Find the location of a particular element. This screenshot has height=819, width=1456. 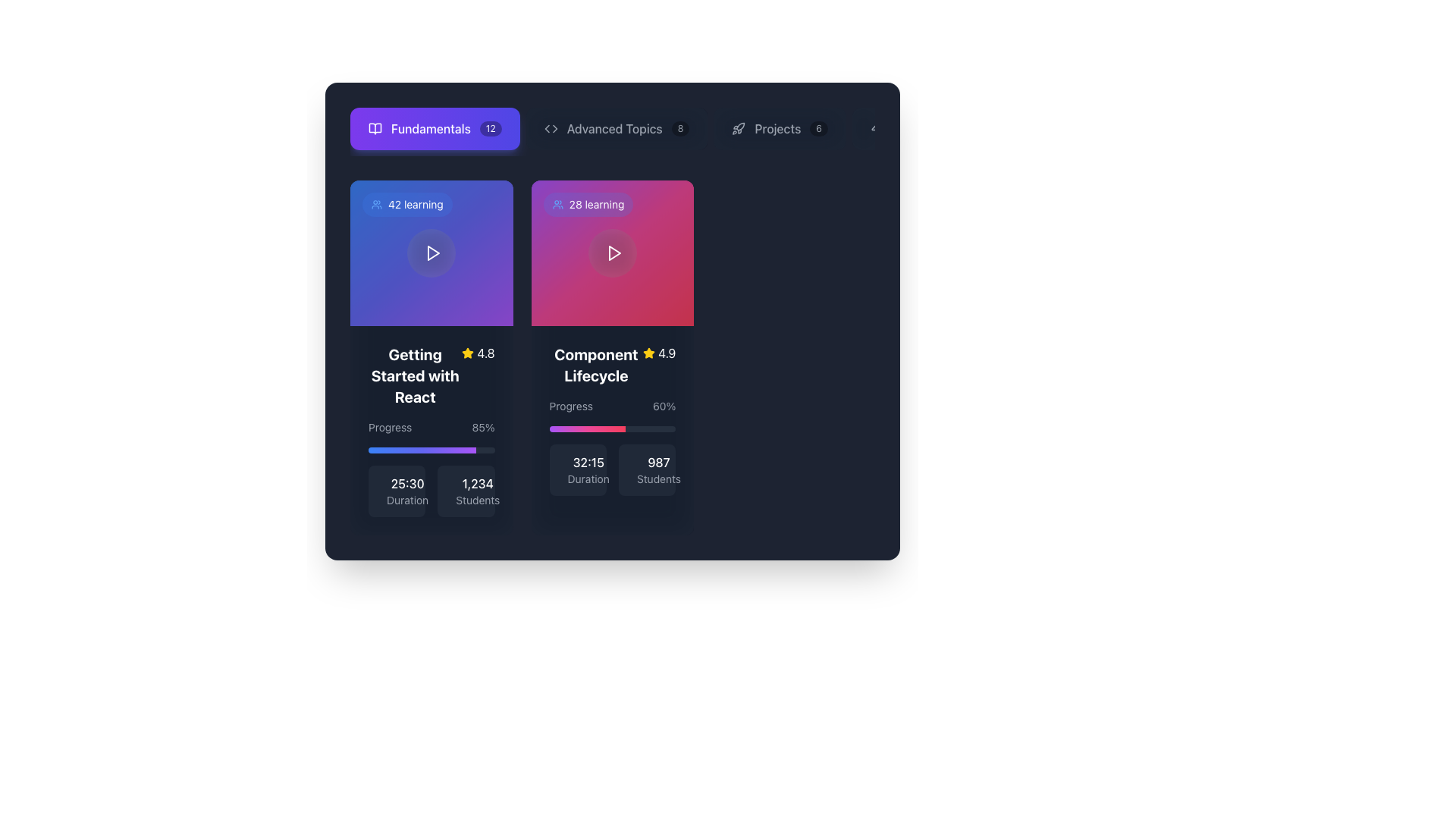

the play button, which is a triangular-shaped white icon within a circular button, located centrally in the card for the 'Getting Started with React' course is located at coordinates (432, 253).